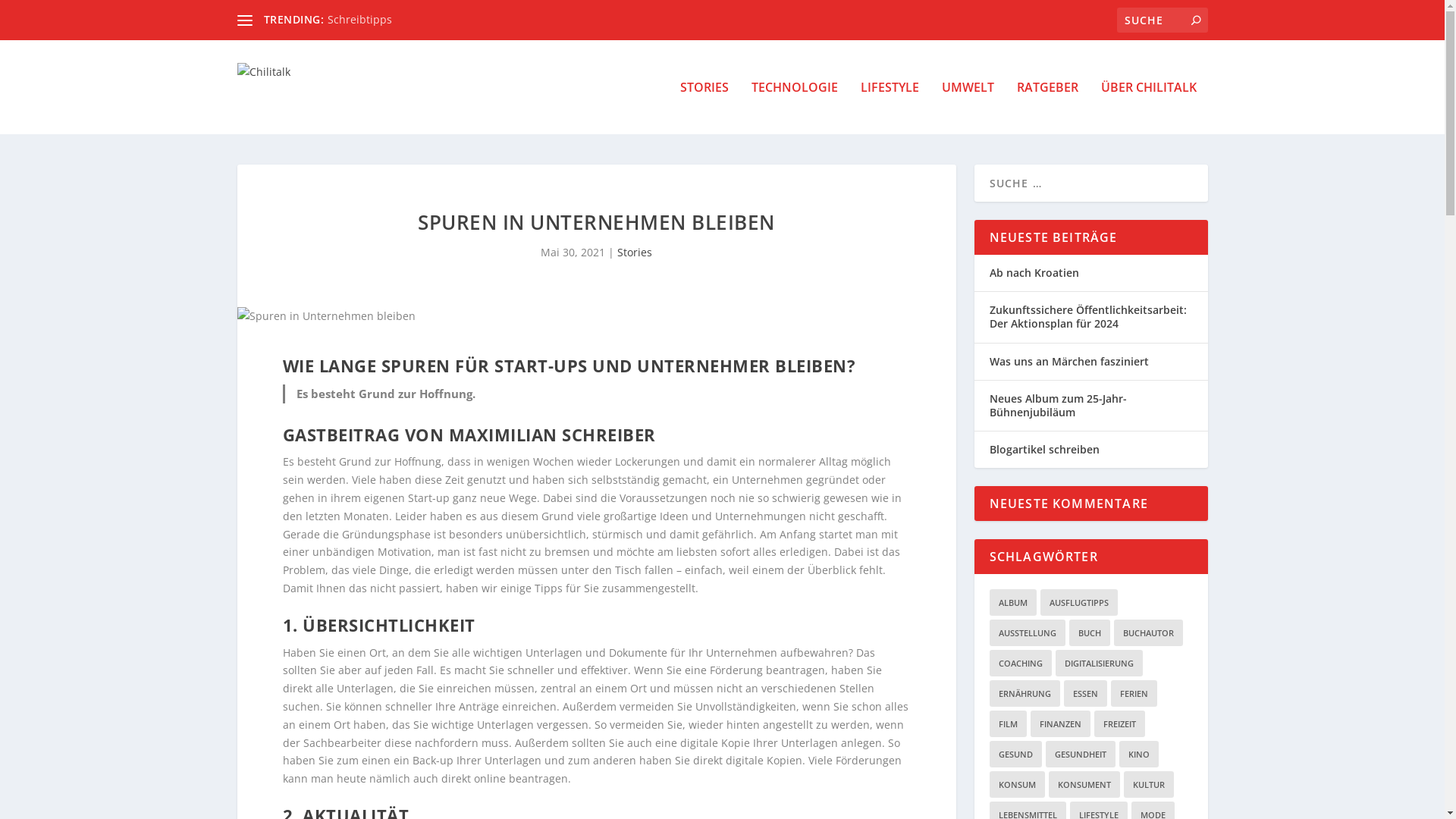 The height and width of the screenshot is (819, 1456). Describe the element at coordinates (1033, 271) in the screenshot. I see `'Ab nach Kroatien'` at that location.